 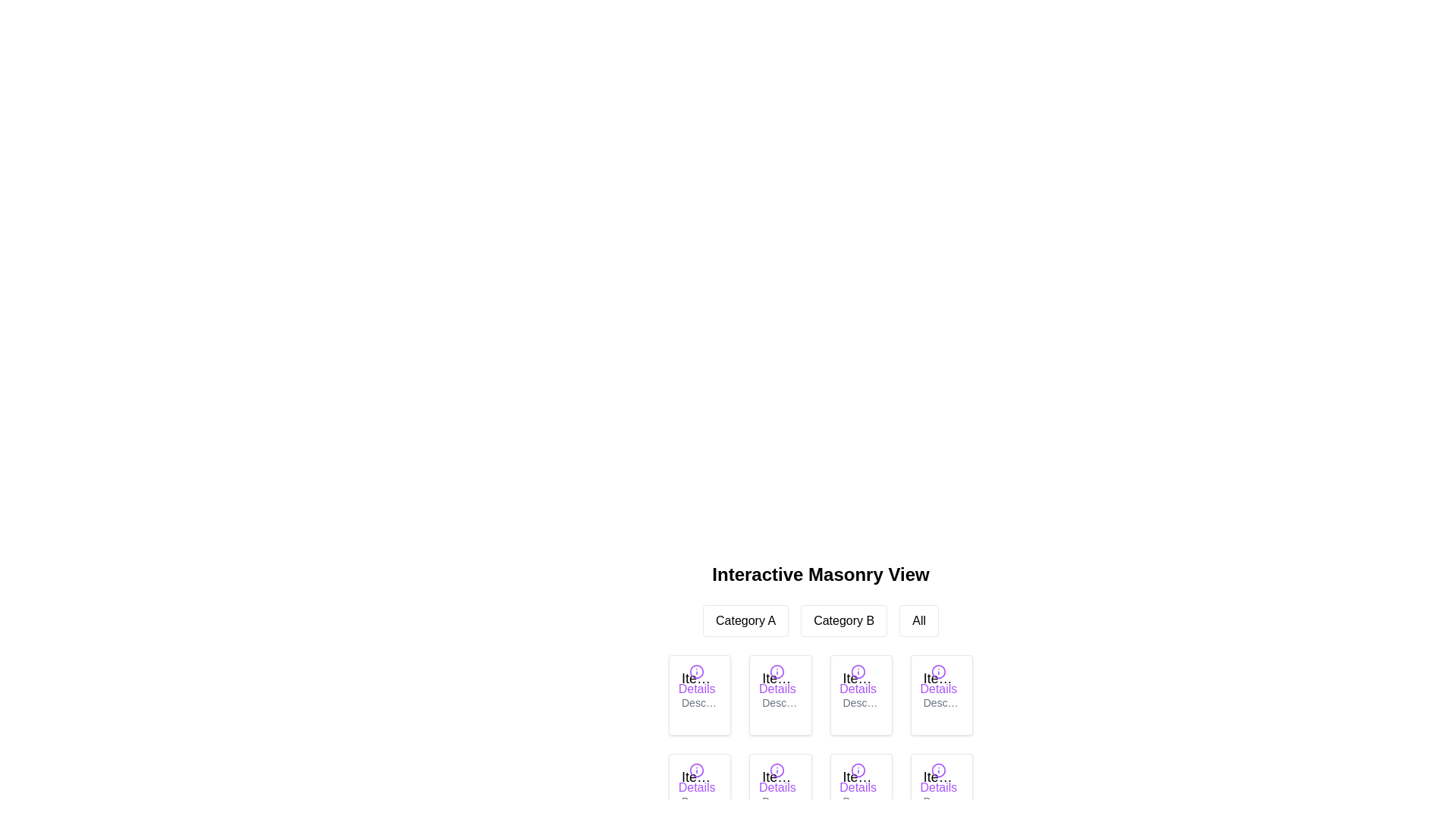 What do you see at coordinates (858, 670) in the screenshot?
I see `the icon located in the upper-right corner of the 'Details' card, which is the third card in the top row of the 'Interactive Masonry View'` at bounding box center [858, 670].